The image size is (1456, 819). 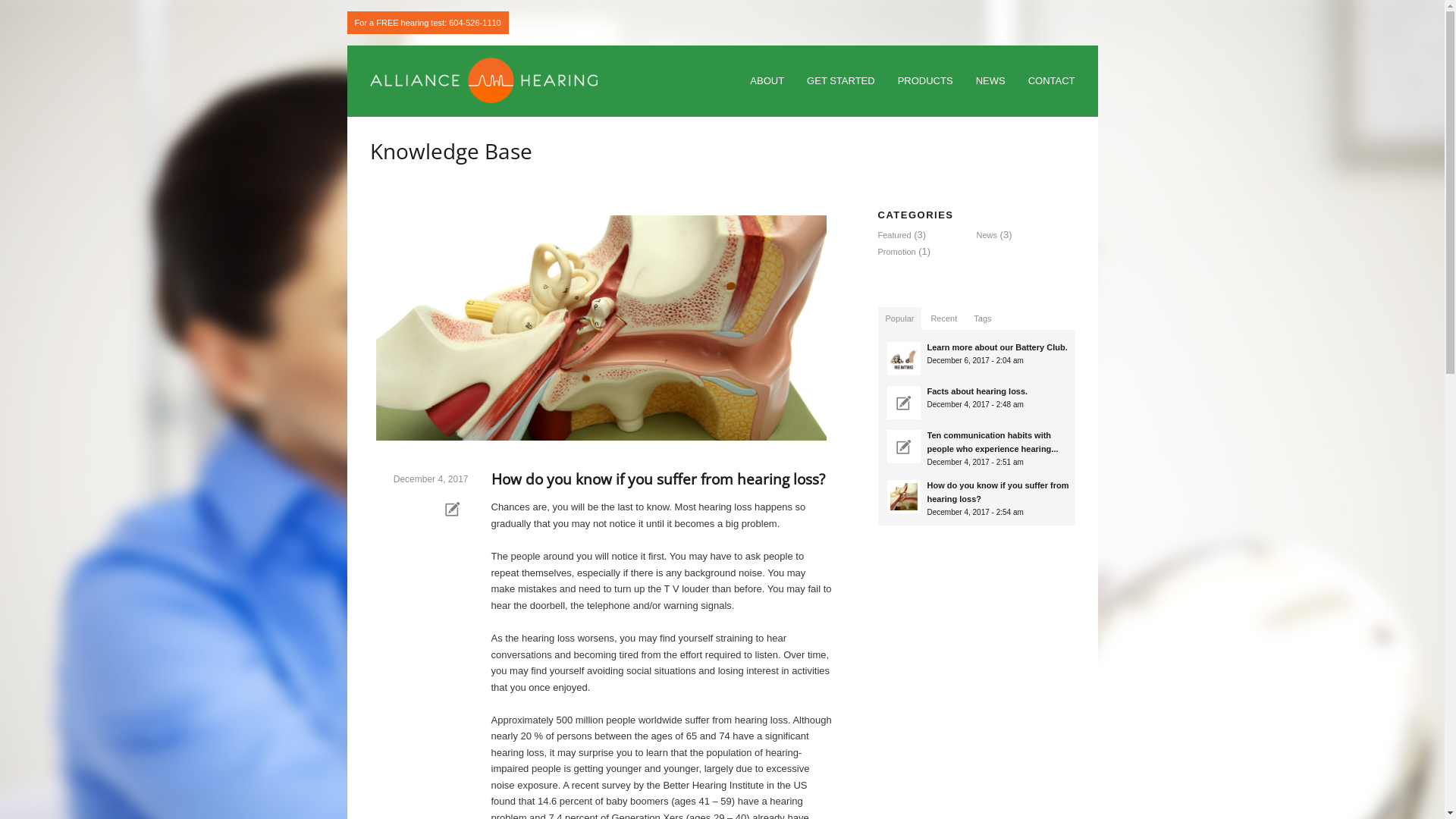 I want to click on 'ABOUT', so click(x=767, y=82).